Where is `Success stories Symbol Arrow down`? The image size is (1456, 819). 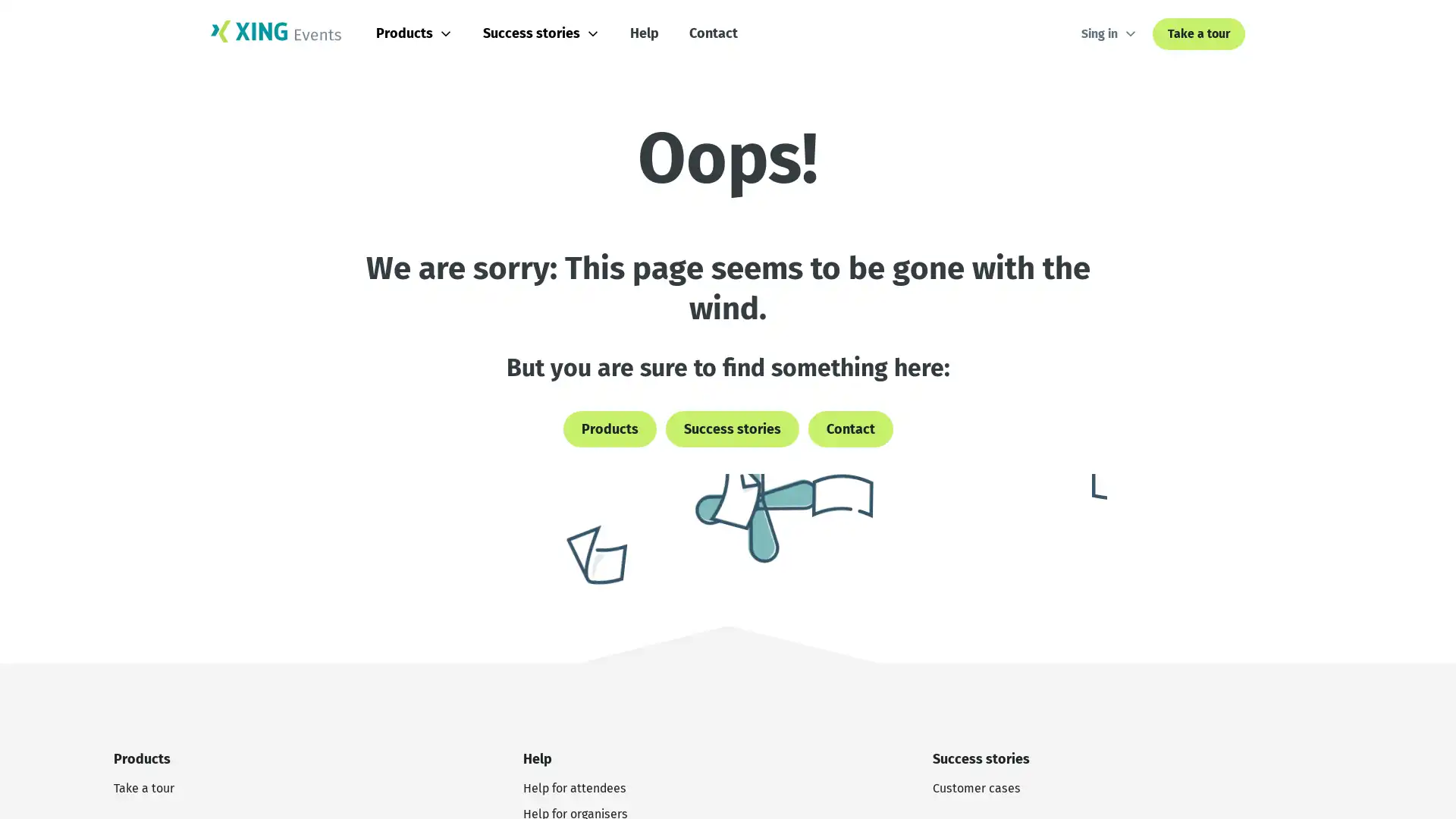 Success stories Symbol Arrow down is located at coordinates (551, 33).